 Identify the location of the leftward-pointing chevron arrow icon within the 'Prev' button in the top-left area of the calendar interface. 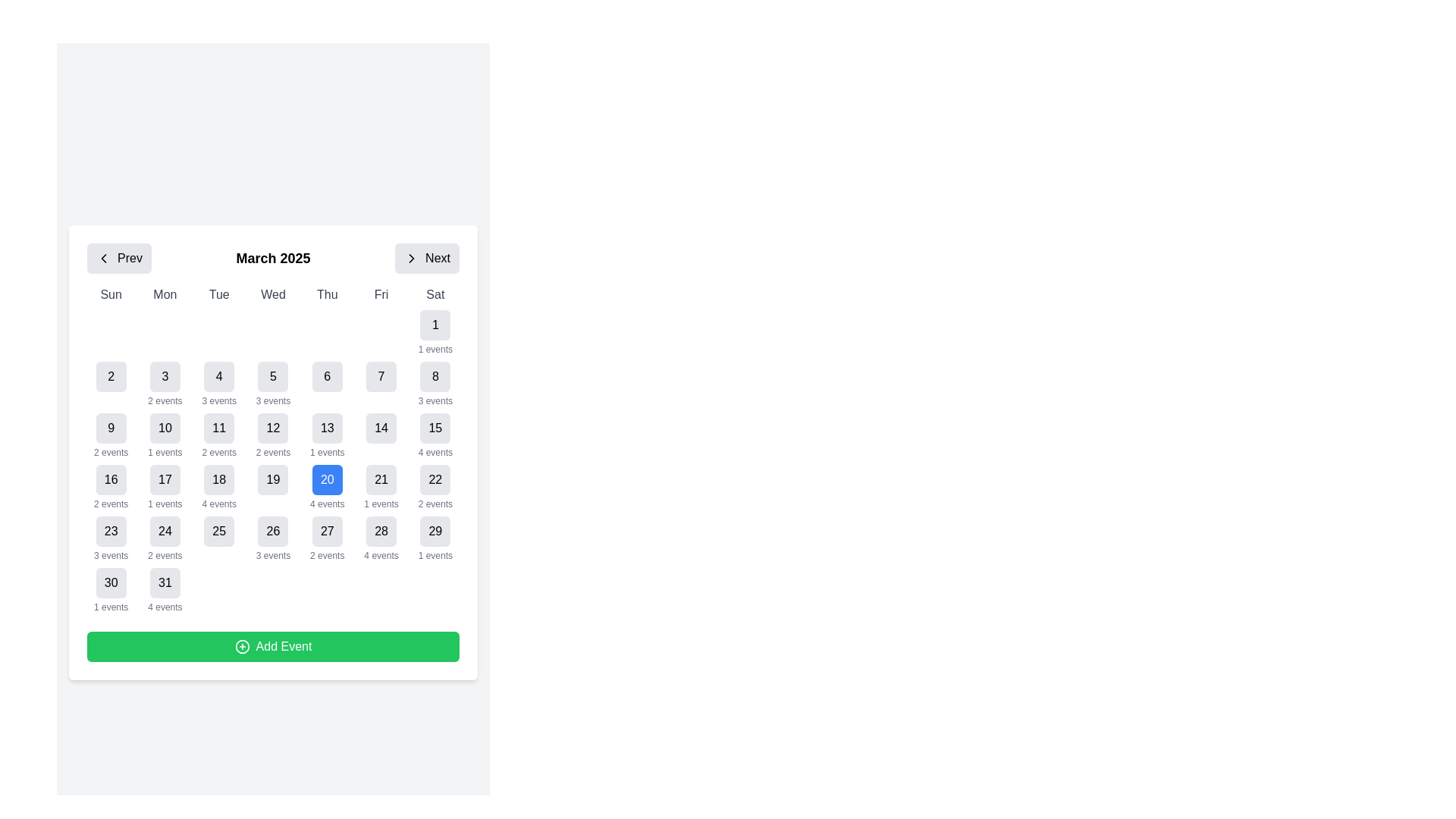
(103, 257).